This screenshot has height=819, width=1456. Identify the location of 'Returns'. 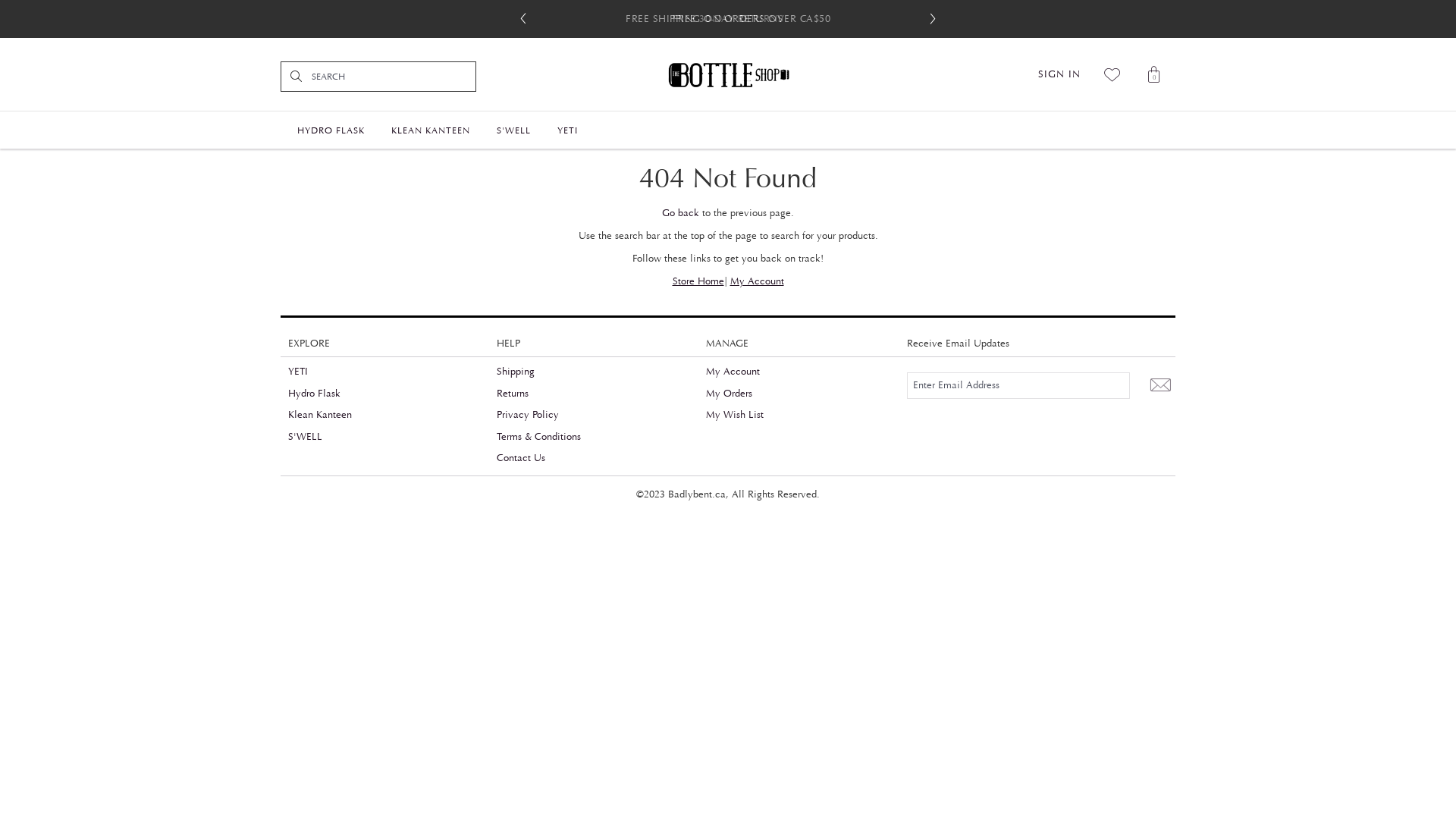
(513, 393).